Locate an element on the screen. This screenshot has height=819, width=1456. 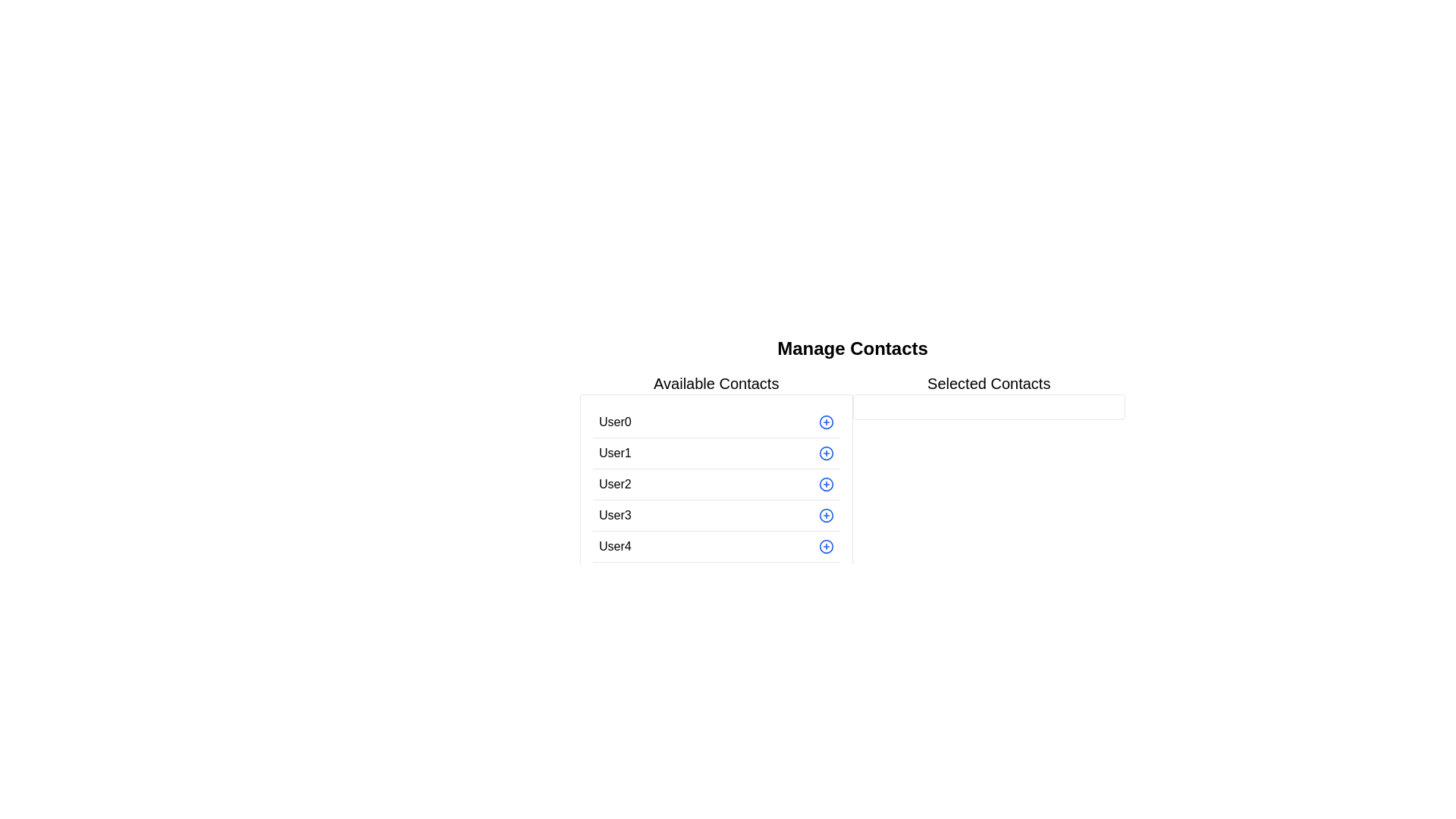
the button to add 'User3' to the selected contacts list, which is positioned to the right of the text 'User3' in the 'Available Contacts' section is located at coordinates (825, 514).